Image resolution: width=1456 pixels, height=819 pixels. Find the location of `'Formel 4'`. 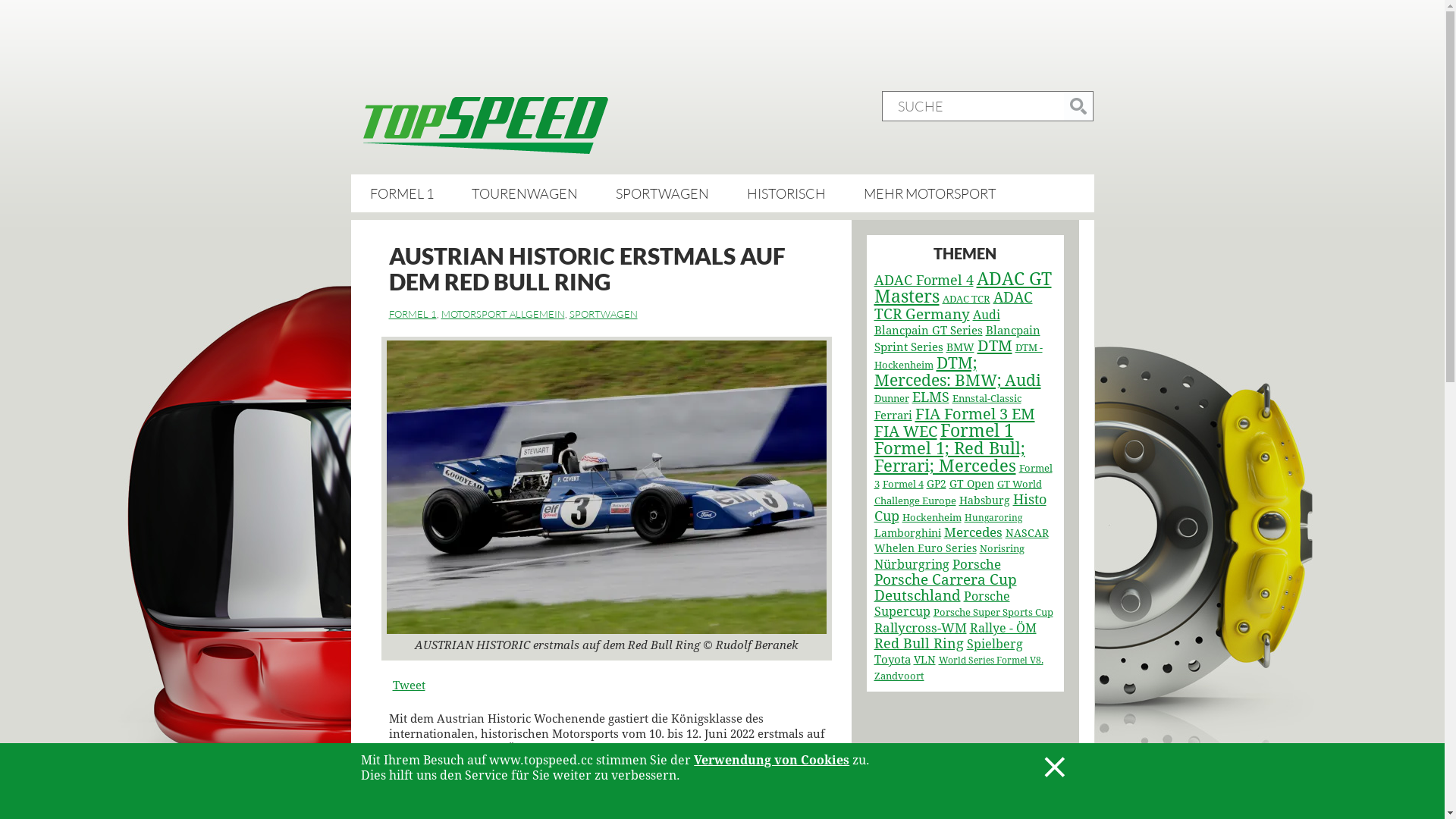

'Formel 4' is located at coordinates (902, 484).